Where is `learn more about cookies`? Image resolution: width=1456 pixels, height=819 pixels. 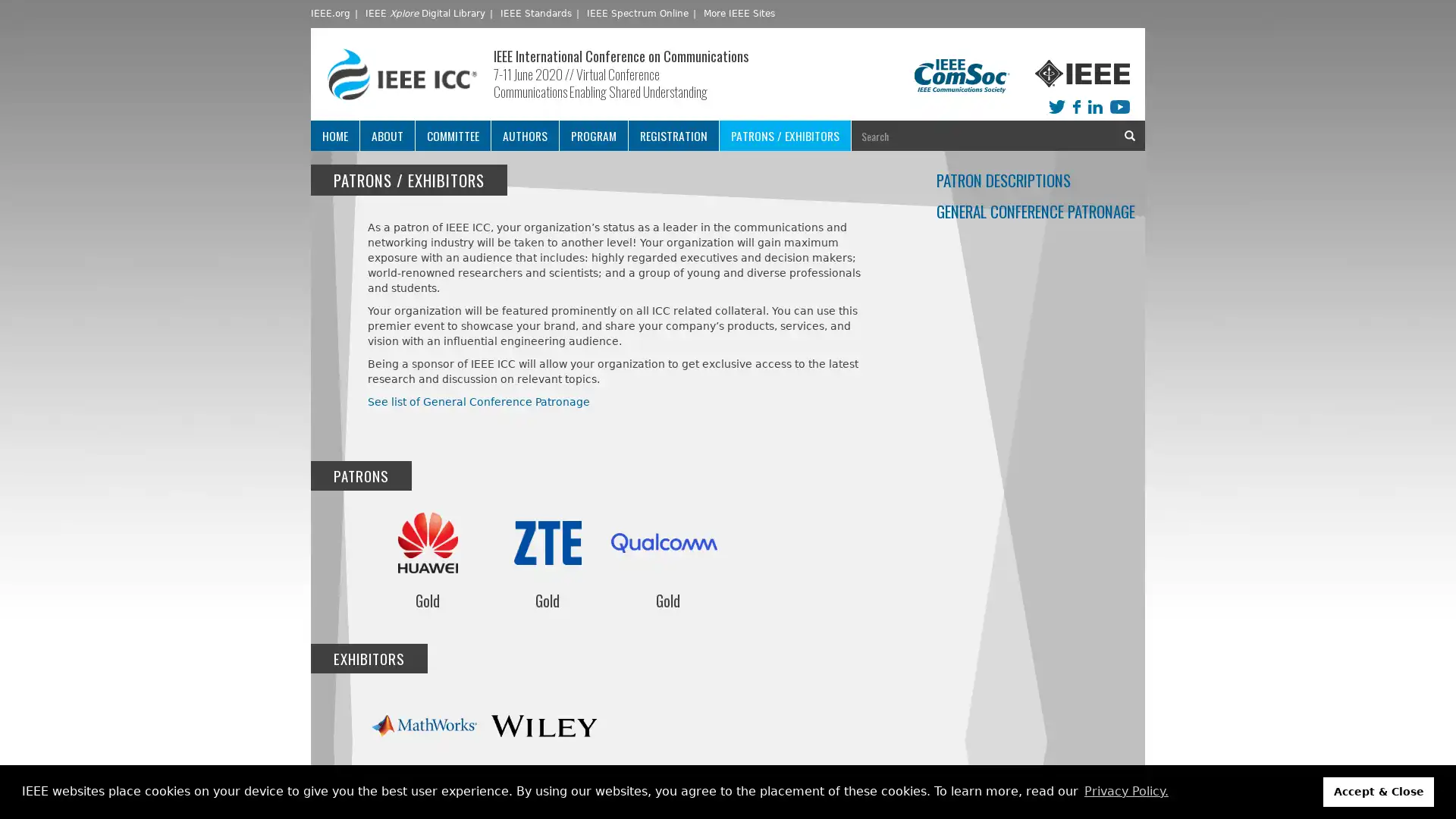 learn more about cookies is located at coordinates (1125, 791).